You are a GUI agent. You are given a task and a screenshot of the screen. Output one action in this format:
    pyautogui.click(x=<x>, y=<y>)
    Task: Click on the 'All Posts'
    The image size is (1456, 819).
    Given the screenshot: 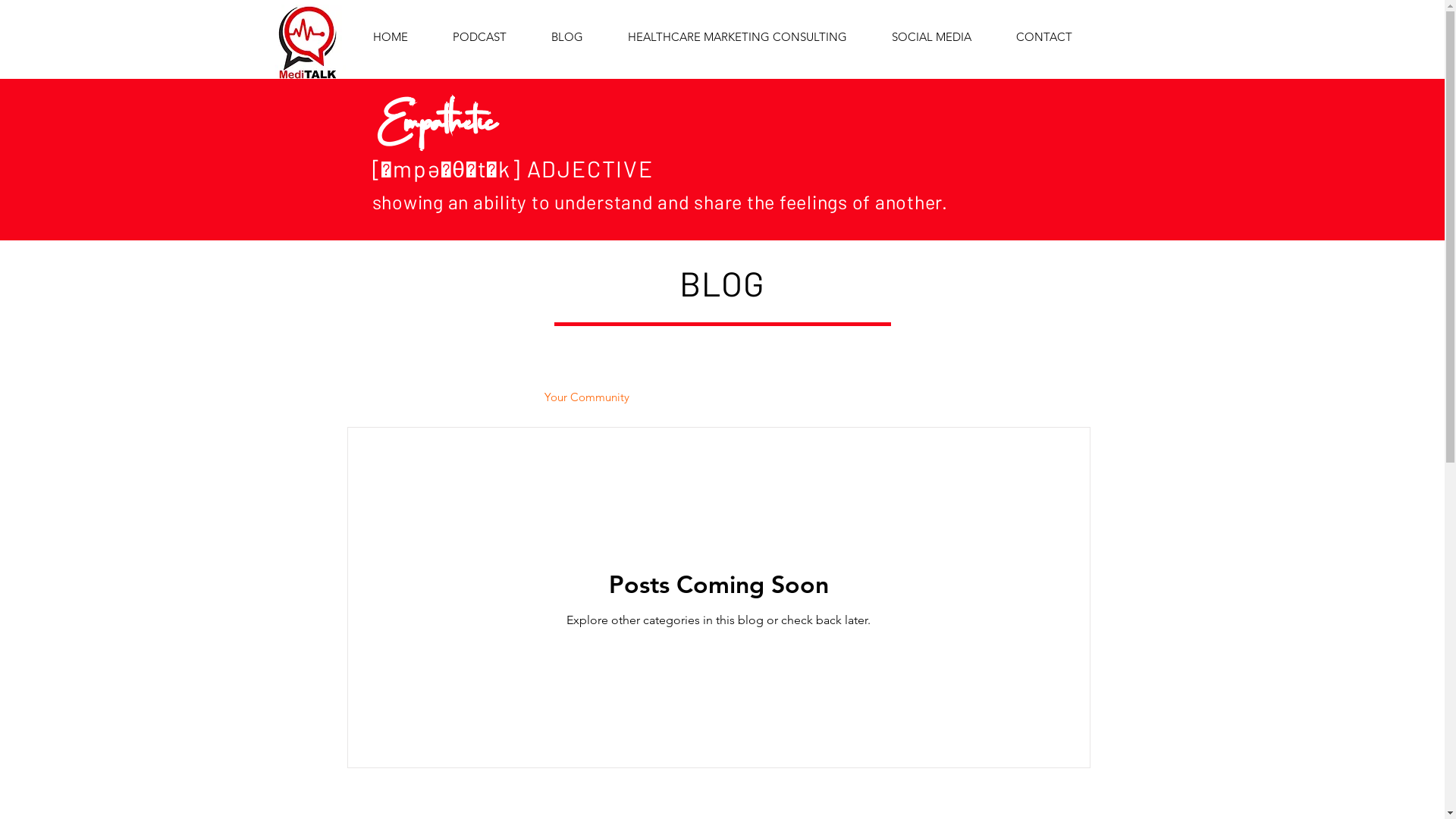 What is the action you would take?
    pyautogui.click(x=384, y=396)
    